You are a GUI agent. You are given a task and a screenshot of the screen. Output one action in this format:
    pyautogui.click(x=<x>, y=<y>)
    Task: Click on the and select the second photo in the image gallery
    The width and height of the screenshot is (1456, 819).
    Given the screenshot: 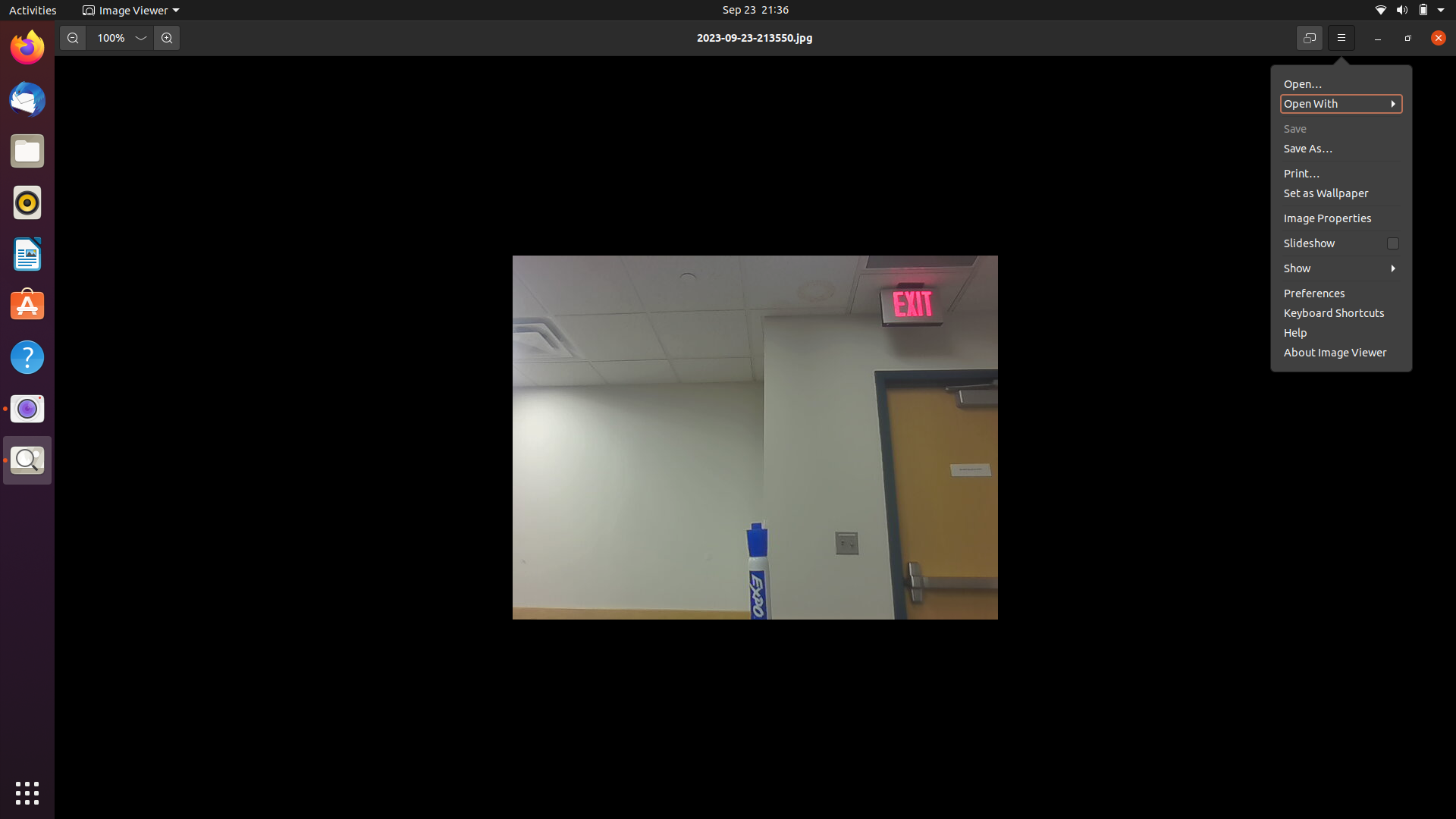 What is the action you would take?
    pyautogui.click(x=1341, y=103)
    